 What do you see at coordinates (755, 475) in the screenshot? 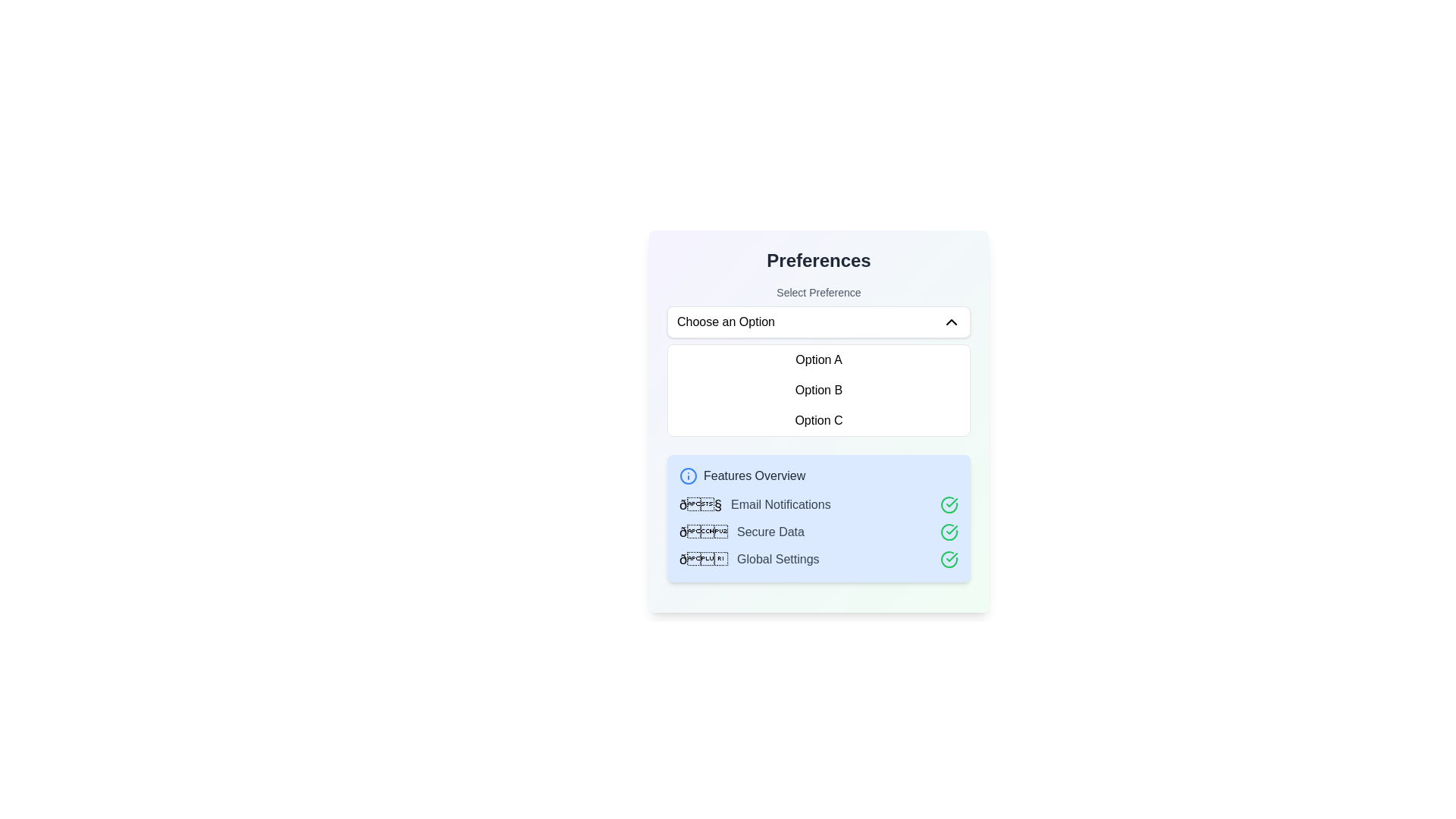
I see `the Text label located to the right of the blue information icon, which serves as a heading for a section of features` at bounding box center [755, 475].